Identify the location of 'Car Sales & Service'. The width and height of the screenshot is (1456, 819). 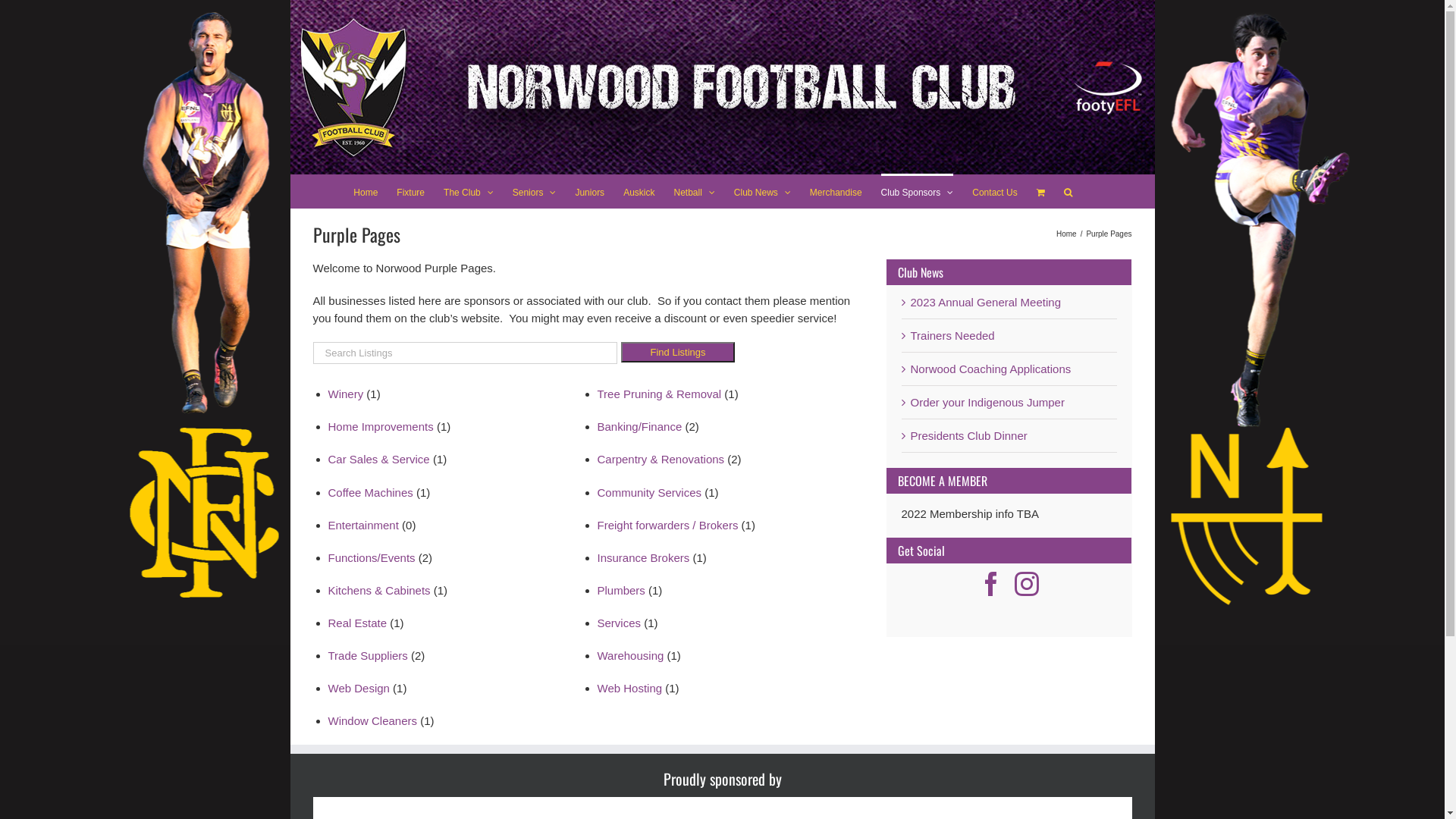
(378, 458).